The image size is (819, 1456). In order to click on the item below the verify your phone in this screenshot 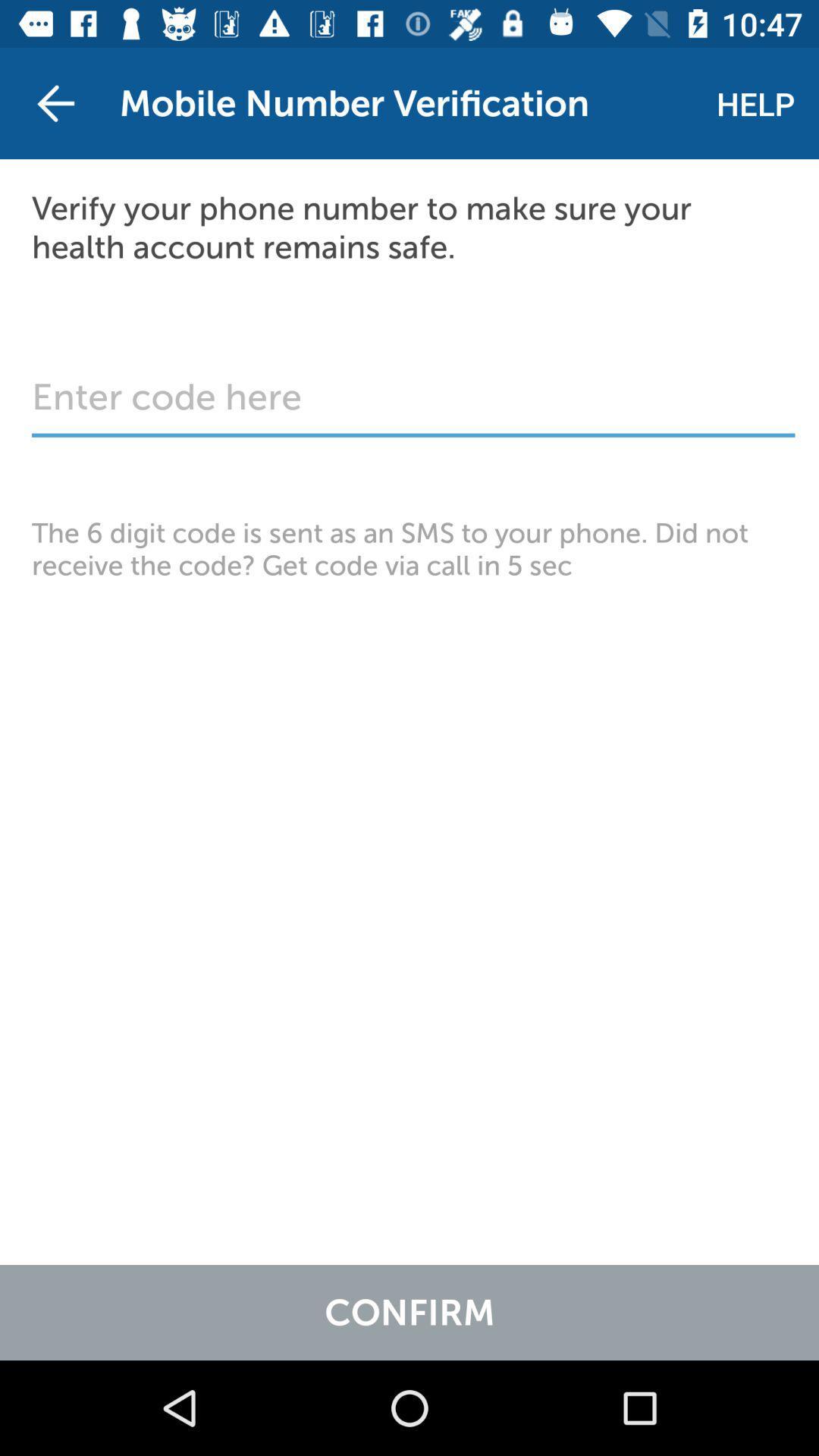, I will do `click(413, 404)`.